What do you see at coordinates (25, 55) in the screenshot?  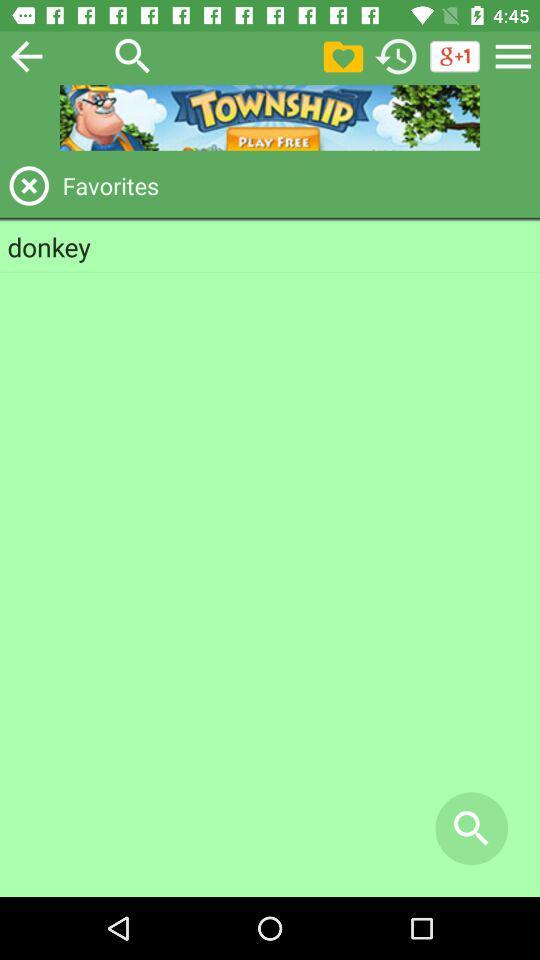 I see `back page` at bounding box center [25, 55].